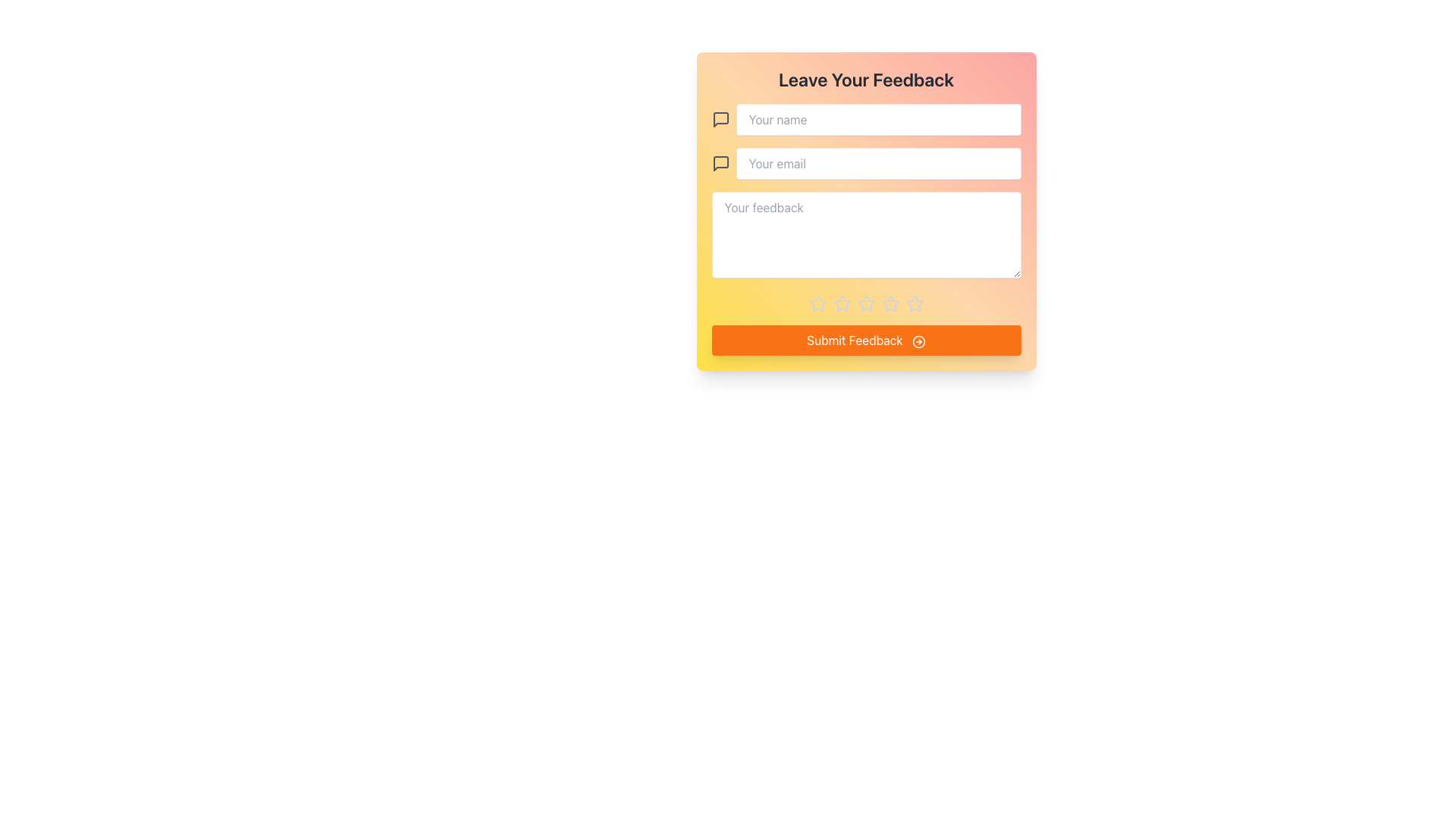 This screenshot has width=1456, height=819. Describe the element at coordinates (866, 304) in the screenshot. I see `the third star icon in the five-star rating system` at that location.